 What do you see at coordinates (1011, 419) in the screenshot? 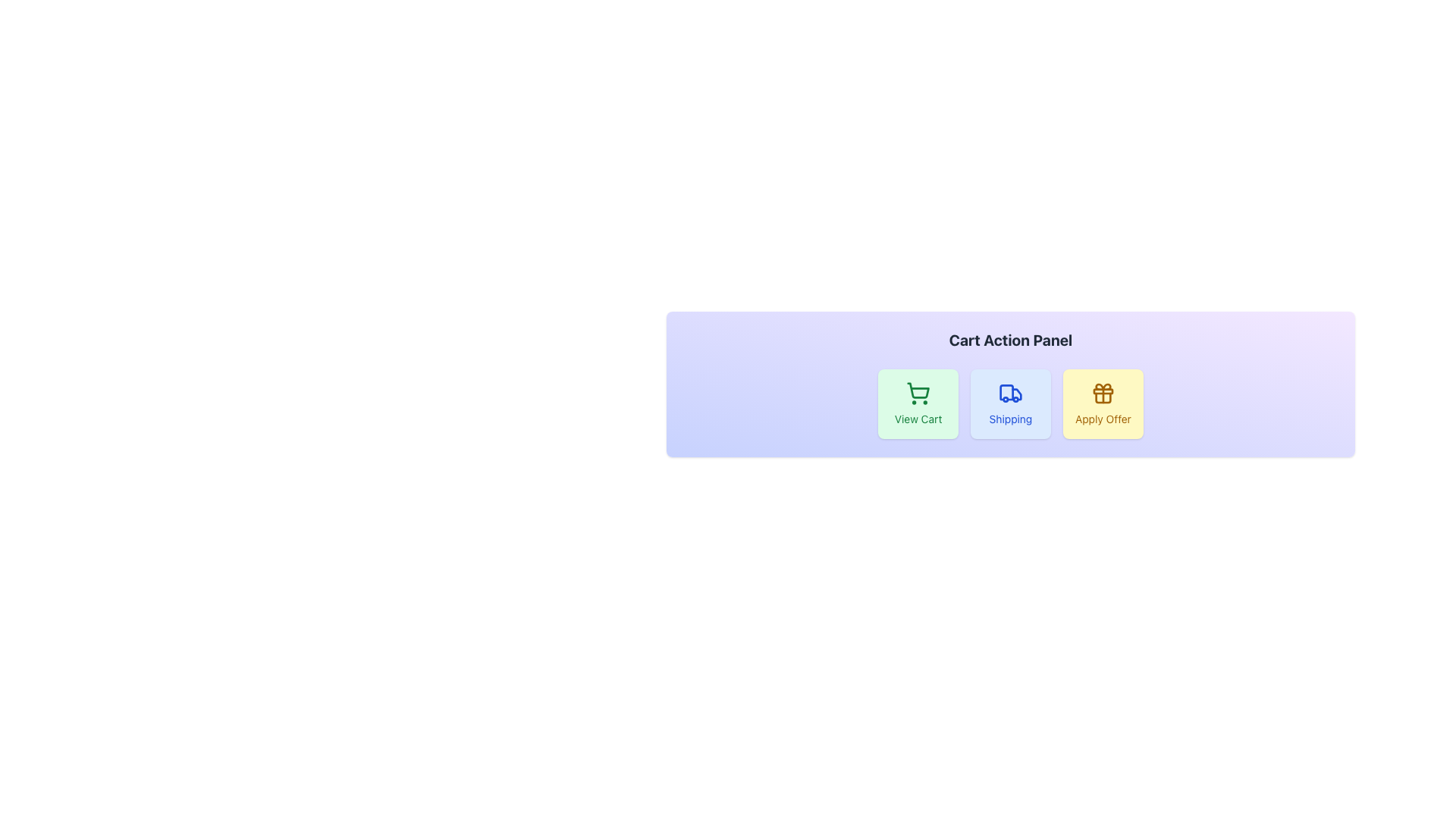
I see `the 'Shipping' text label located at the bottom of the second button from the left in a row of three buttons, which is identified by the truck icon above it` at bounding box center [1011, 419].